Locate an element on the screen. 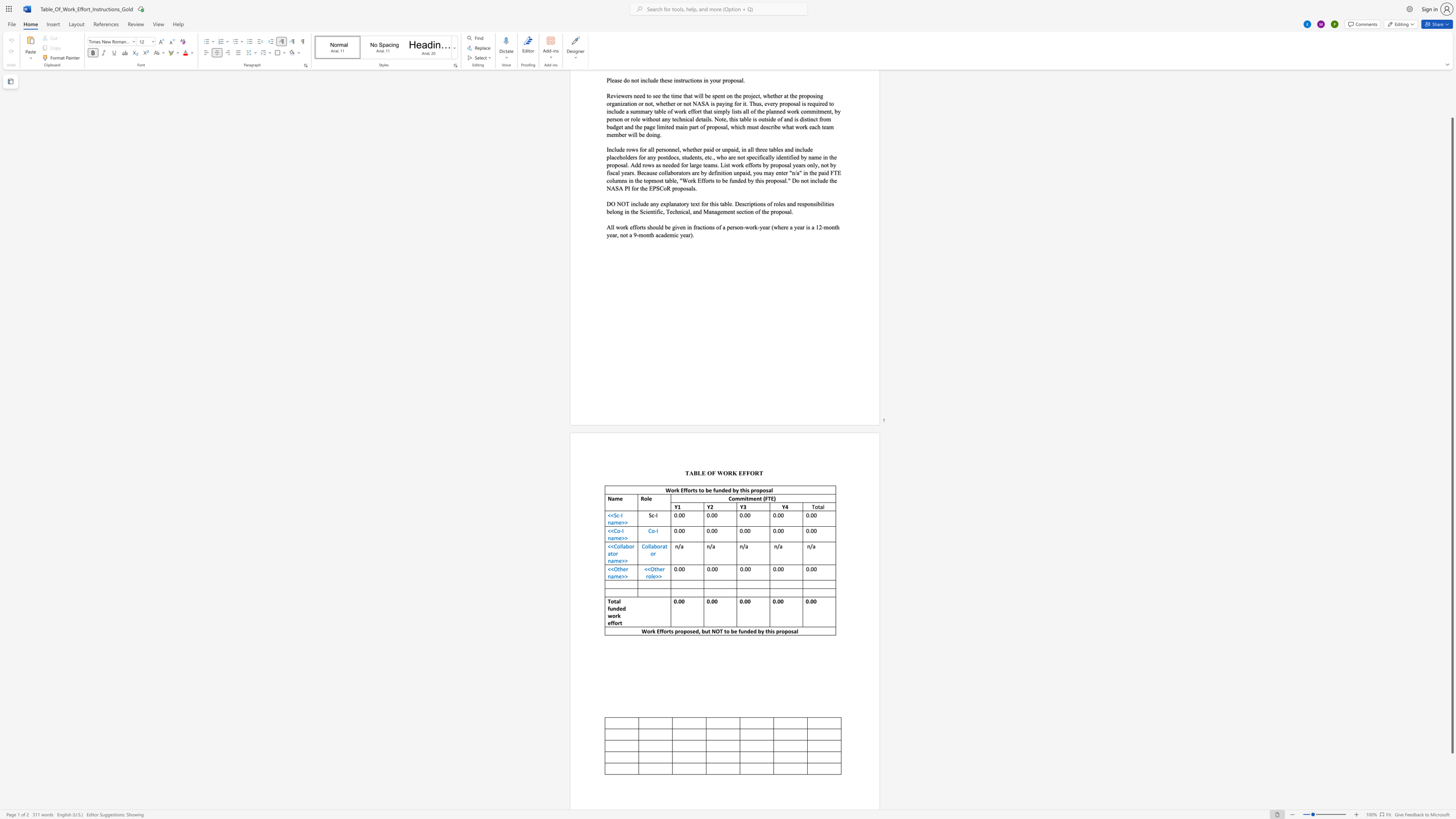  the scrollbar to move the content higher is located at coordinates (1451, 109).